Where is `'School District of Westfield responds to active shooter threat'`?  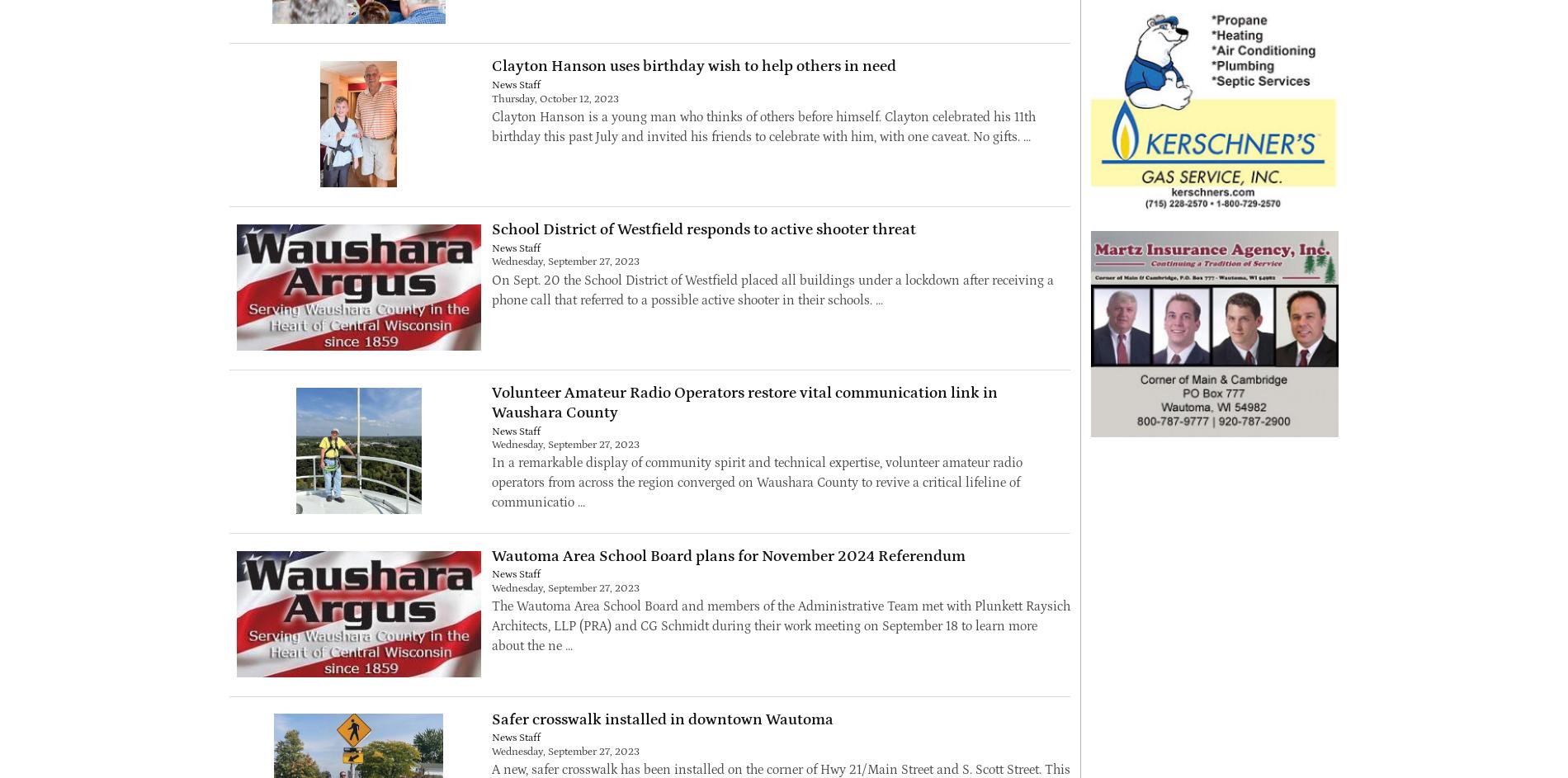
'School District of Westfield responds to active shooter threat' is located at coordinates (701, 229).